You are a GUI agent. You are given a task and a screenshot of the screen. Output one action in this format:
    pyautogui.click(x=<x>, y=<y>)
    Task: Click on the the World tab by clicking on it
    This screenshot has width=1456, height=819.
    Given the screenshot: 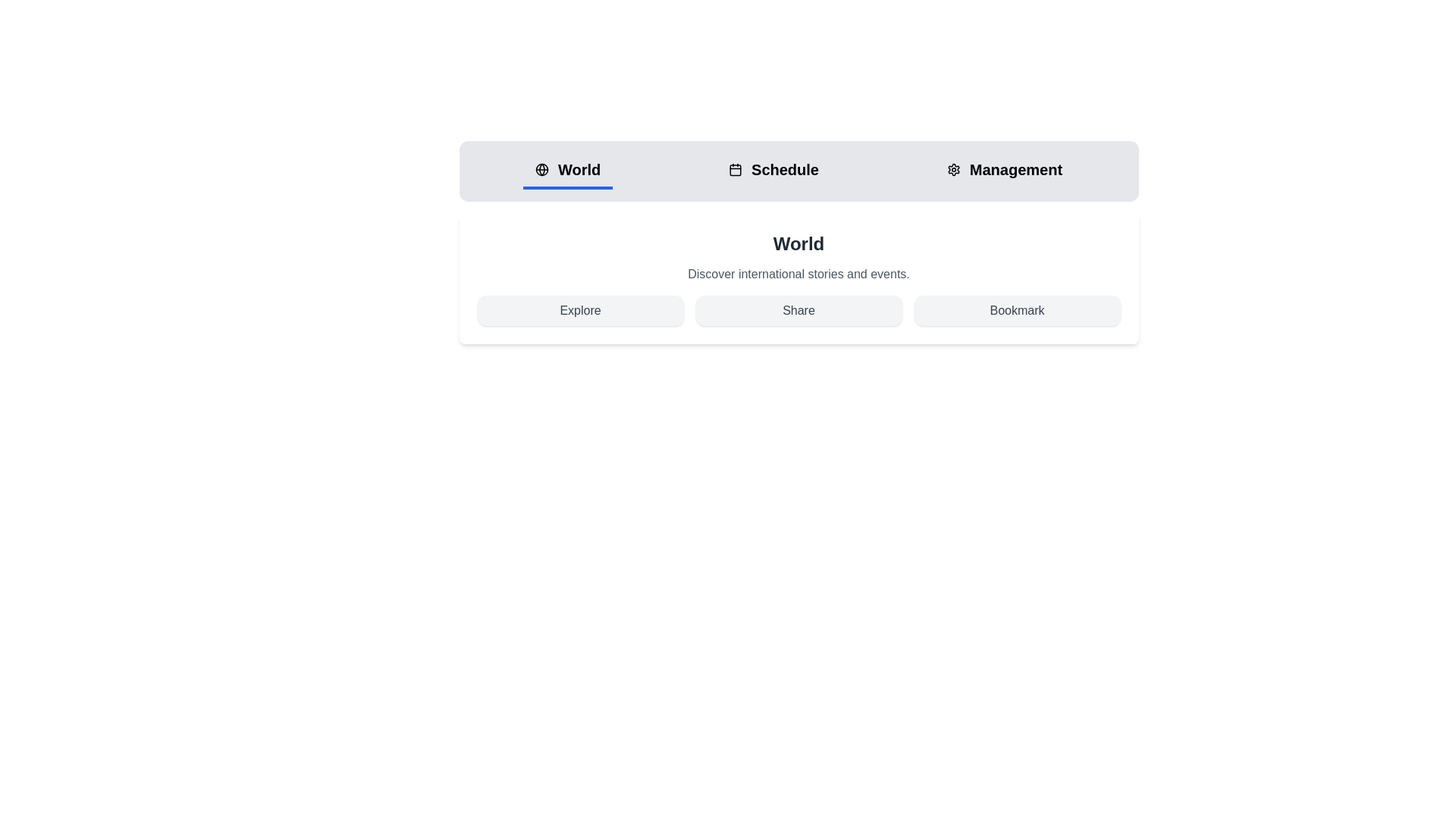 What is the action you would take?
    pyautogui.click(x=566, y=171)
    